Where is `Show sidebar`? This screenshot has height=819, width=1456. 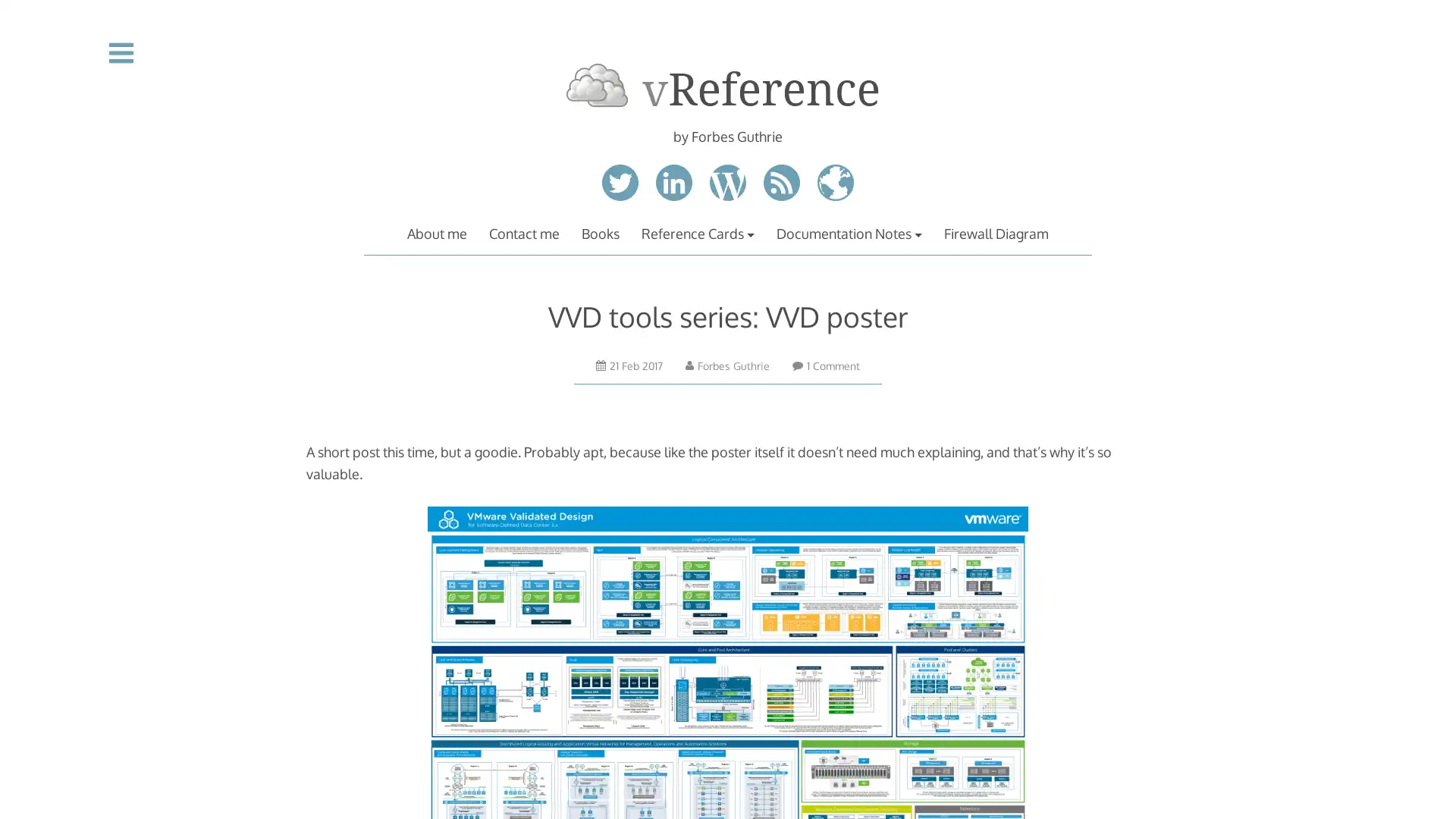 Show sidebar is located at coordinates (120, 52).